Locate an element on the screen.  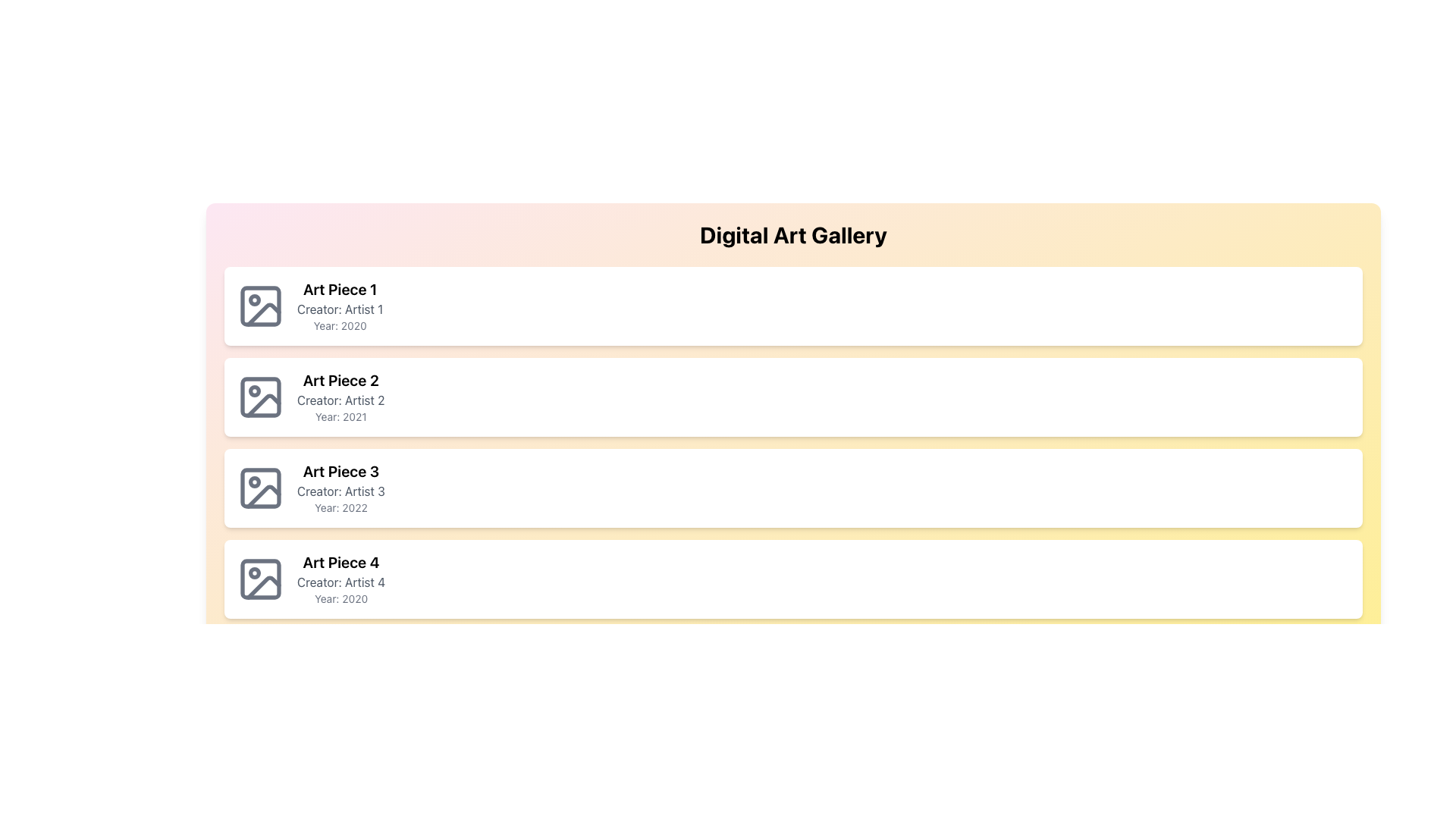
the circular graphic decoration or status indicator located in the image icon of 'Art Piece 2' in the second row of the gallery layout is located at coordinates (255, 390).